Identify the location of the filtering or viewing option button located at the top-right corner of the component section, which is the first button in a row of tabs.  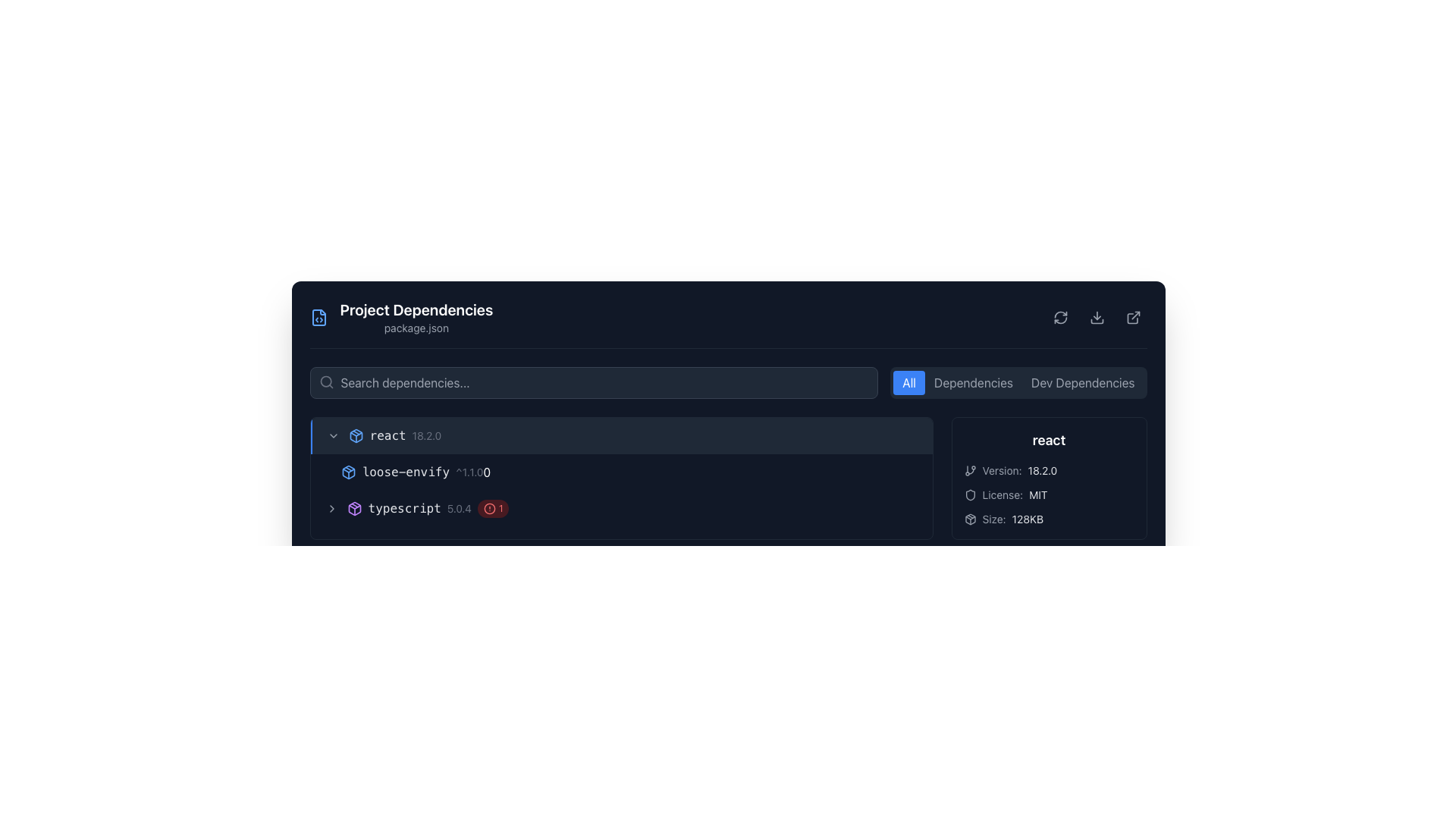
(909, 382).